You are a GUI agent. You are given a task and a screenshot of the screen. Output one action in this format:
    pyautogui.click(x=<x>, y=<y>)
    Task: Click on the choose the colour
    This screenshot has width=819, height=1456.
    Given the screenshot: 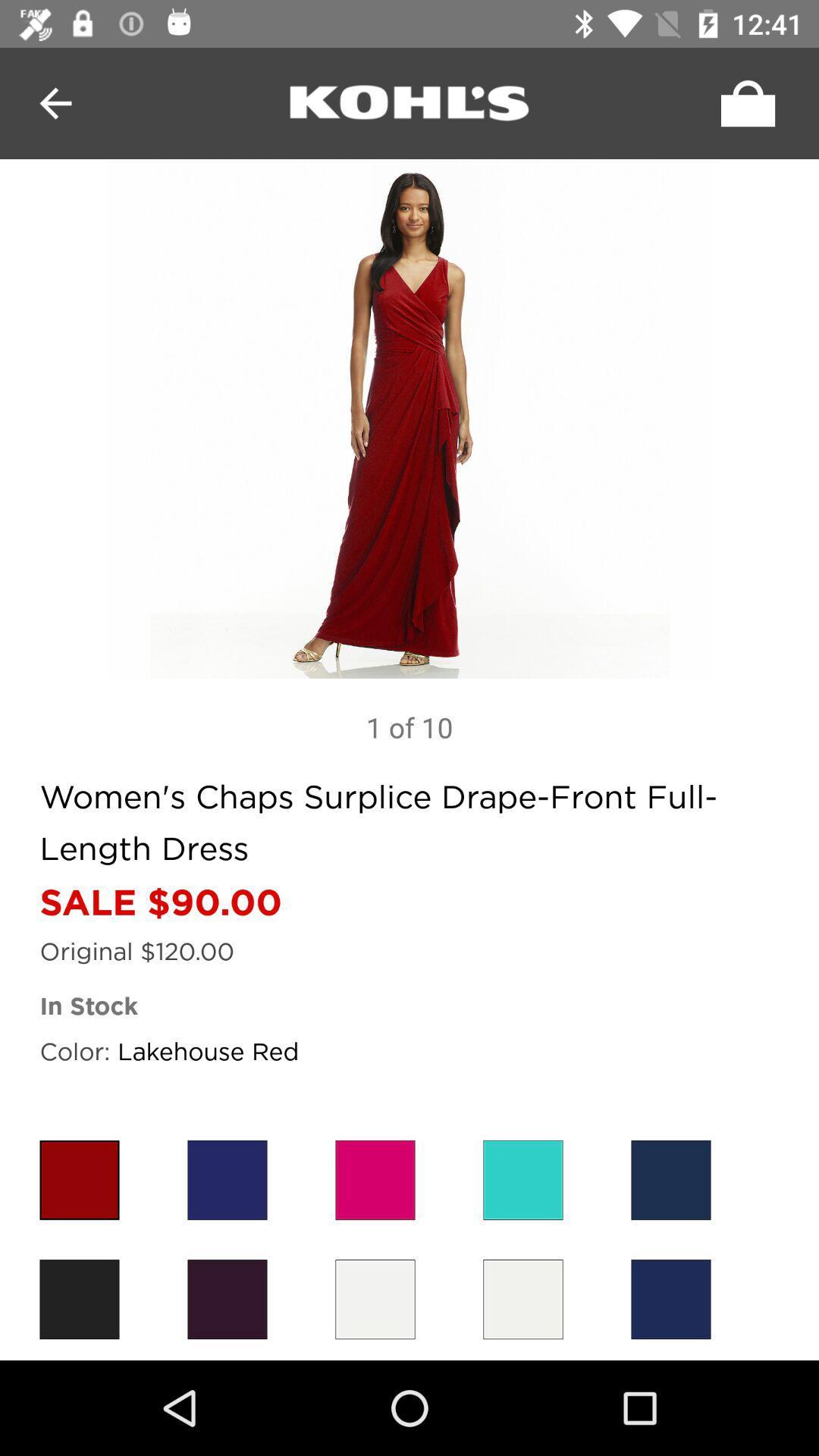 What is the action you would take?
    pyautogui.click(x=522, y=1179)
    